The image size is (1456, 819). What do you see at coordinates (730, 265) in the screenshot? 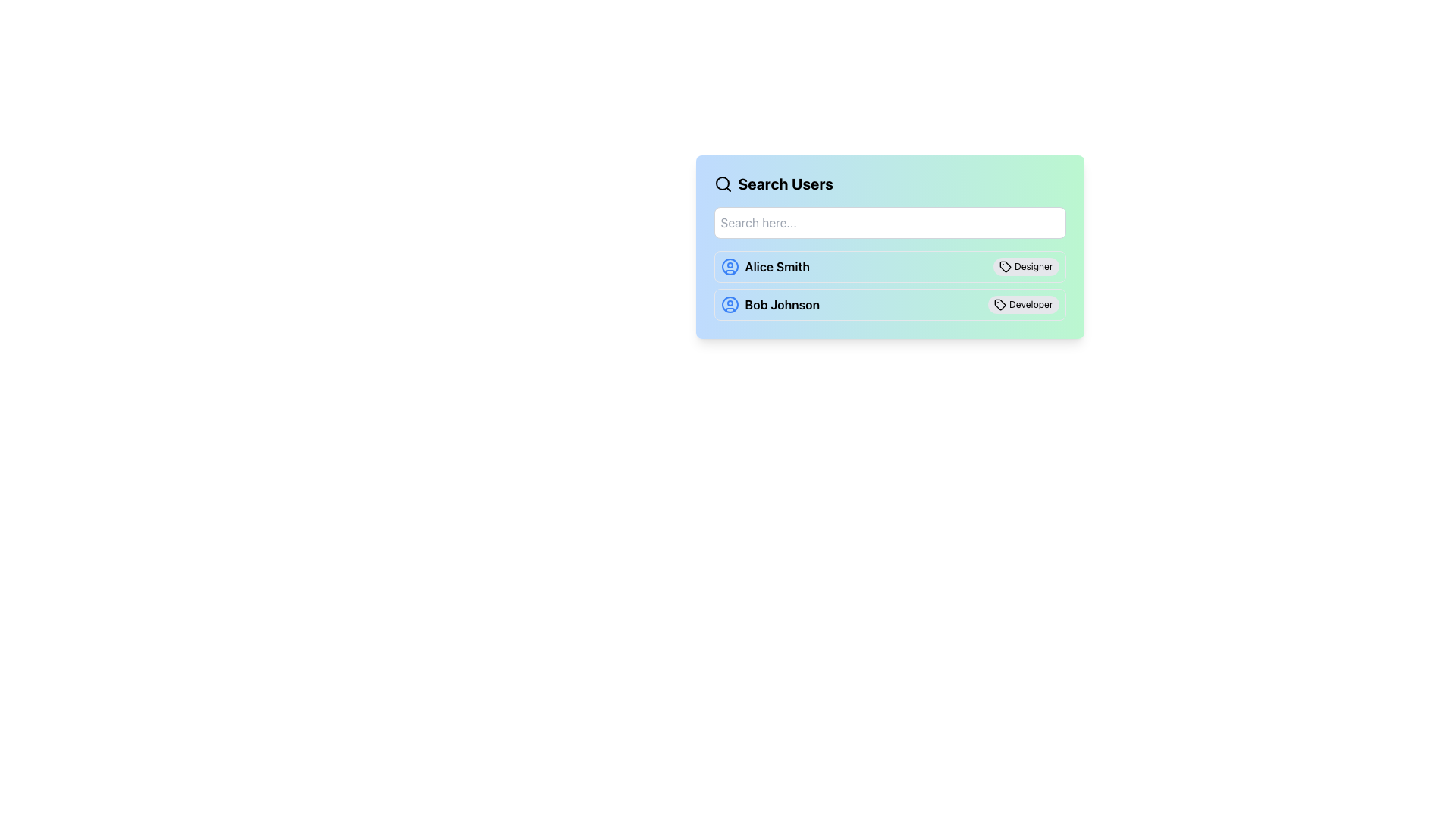
I see `the outer boundary of the user profile icon, which visually represents the larger outer circle enclosing the components of the icon adjacent to 'Alice Smith'` at bounding box center [730, 265].